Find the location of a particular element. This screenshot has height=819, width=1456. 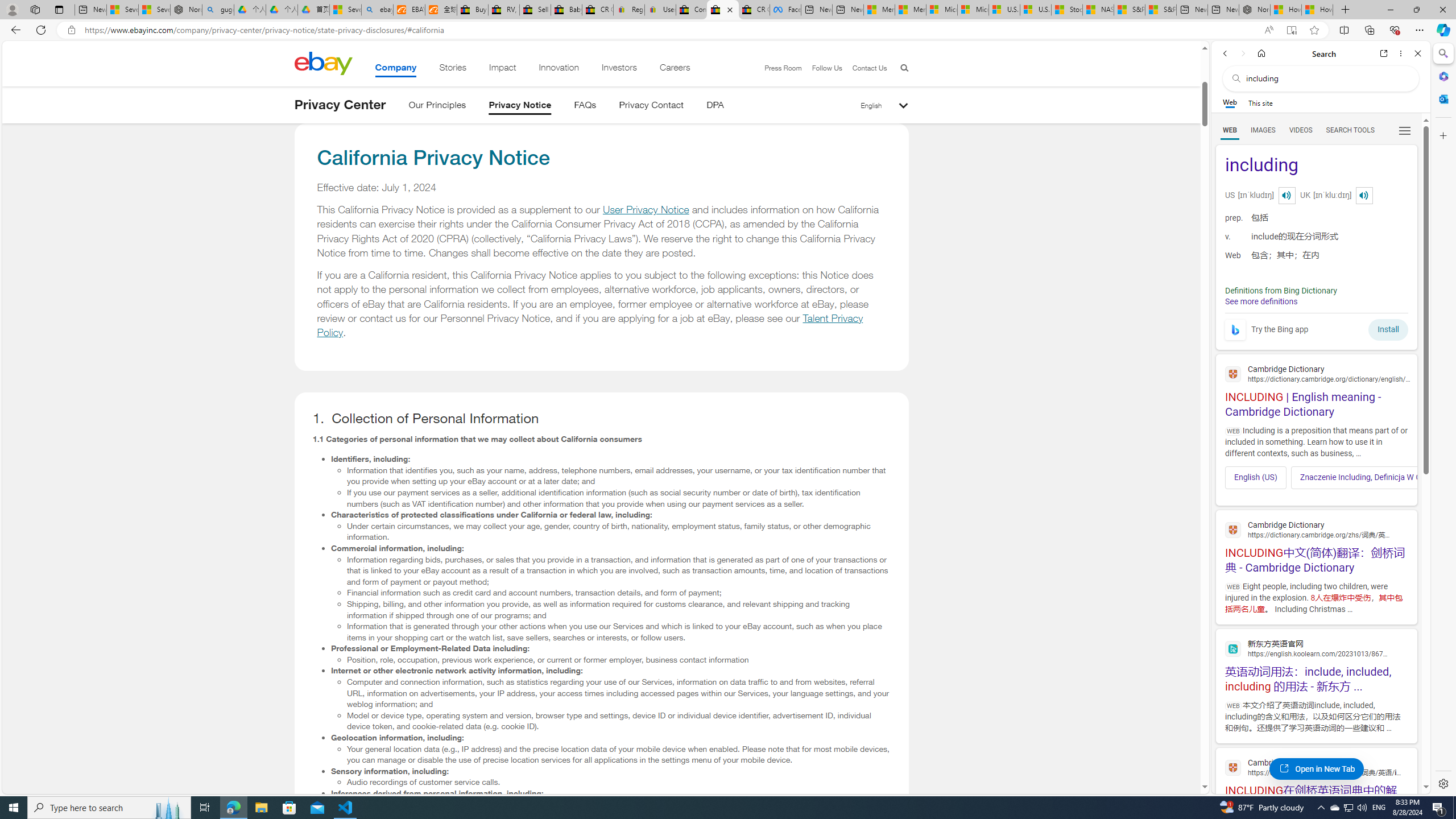

'Search Filter, IMAGES' is located at coordinates (1262, 129).